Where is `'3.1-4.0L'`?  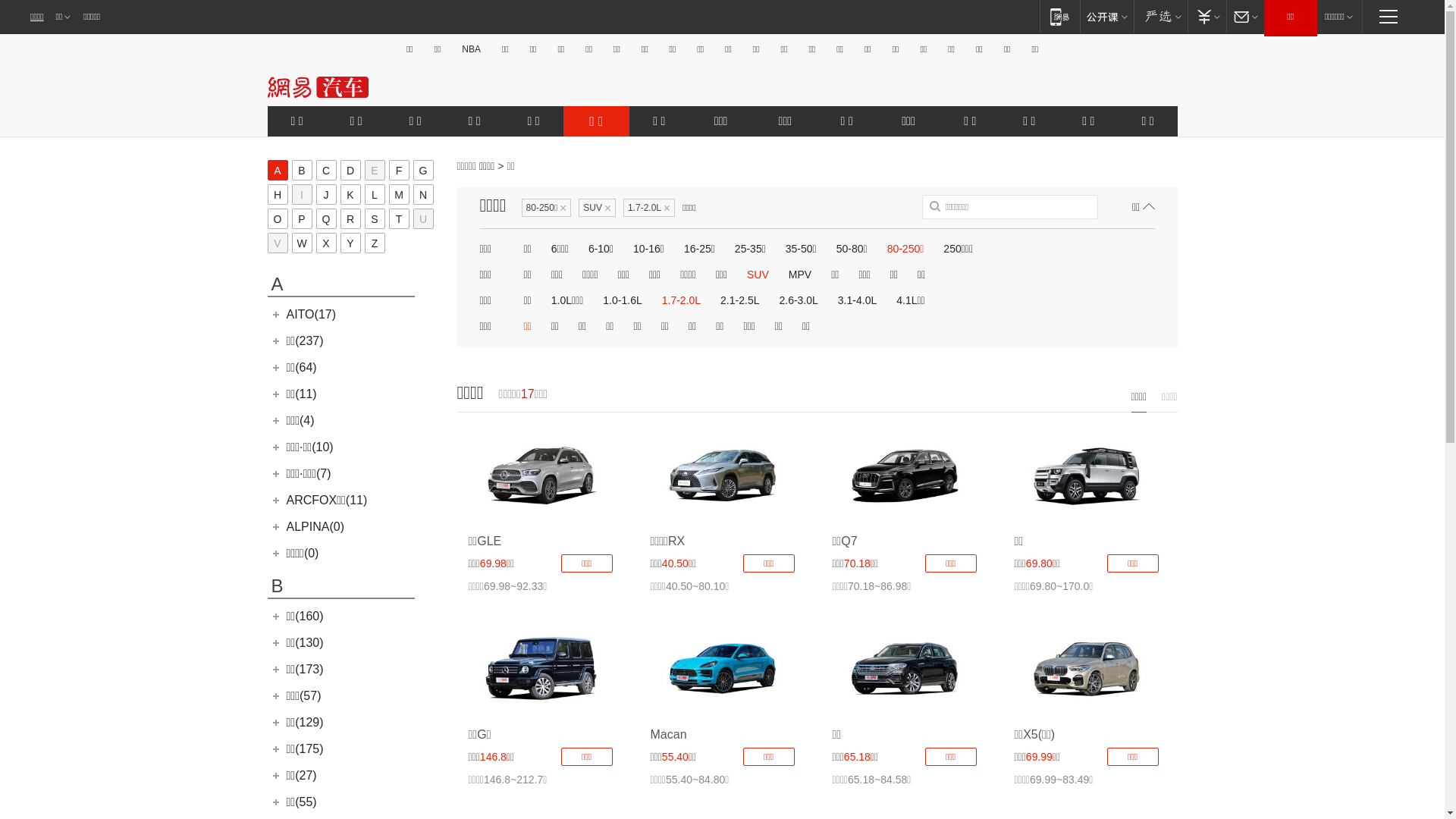 '3.1-4.0L' is located at coordinates (857, 300).